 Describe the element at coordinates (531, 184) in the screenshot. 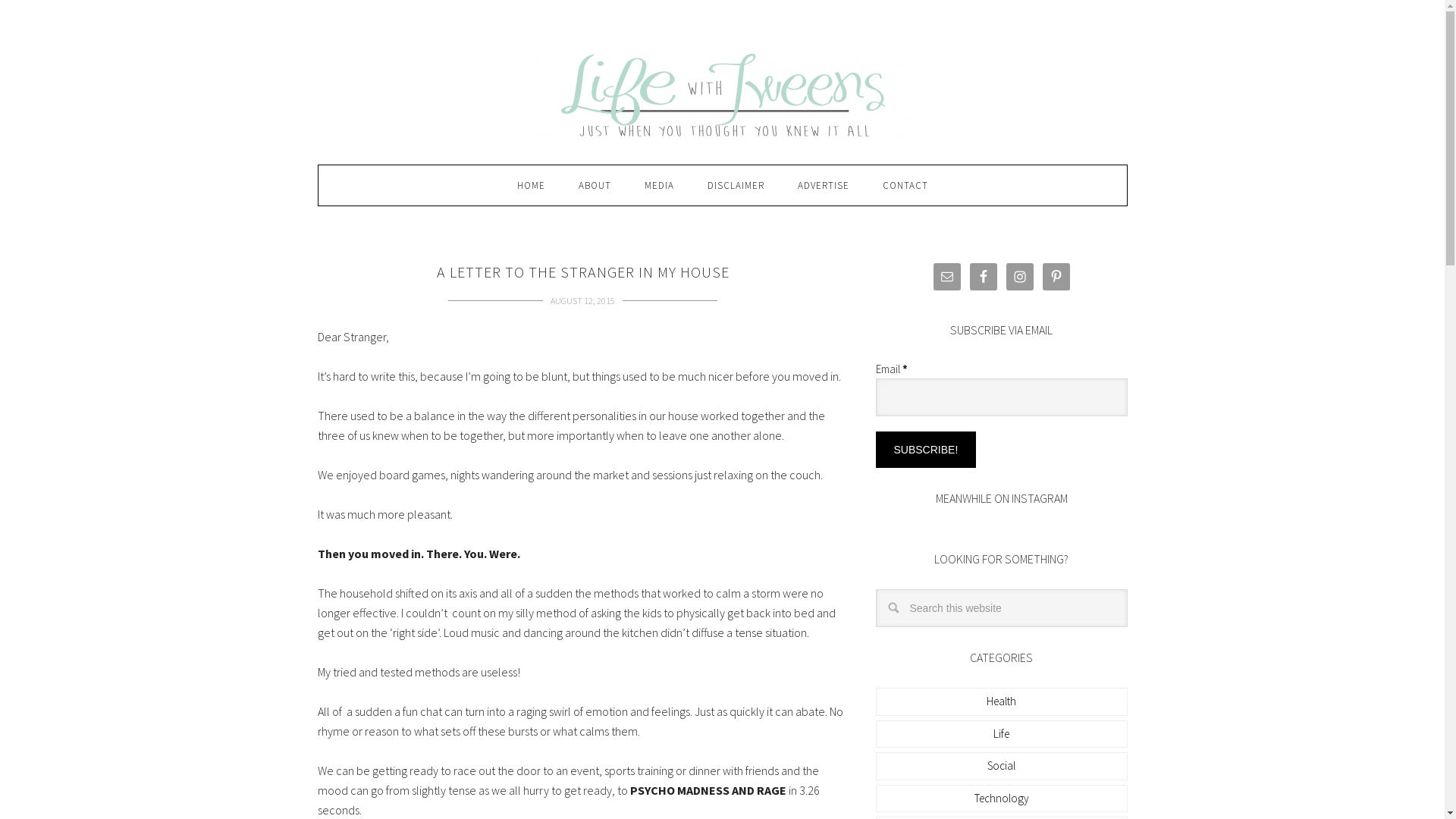

I see `'HOME'` at that location.